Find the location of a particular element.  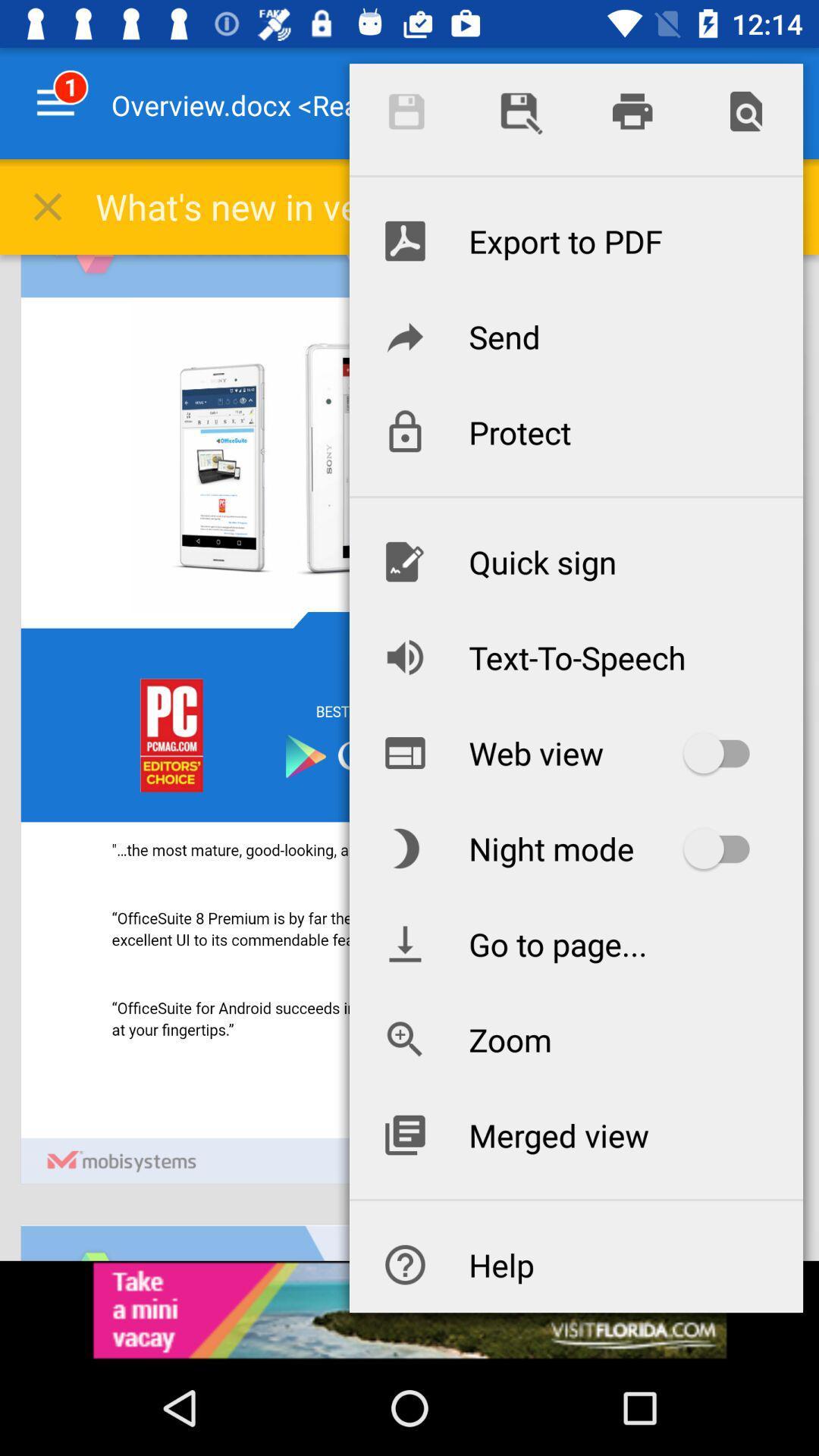

icon above night mode icon is located at coordinates (576, 753).